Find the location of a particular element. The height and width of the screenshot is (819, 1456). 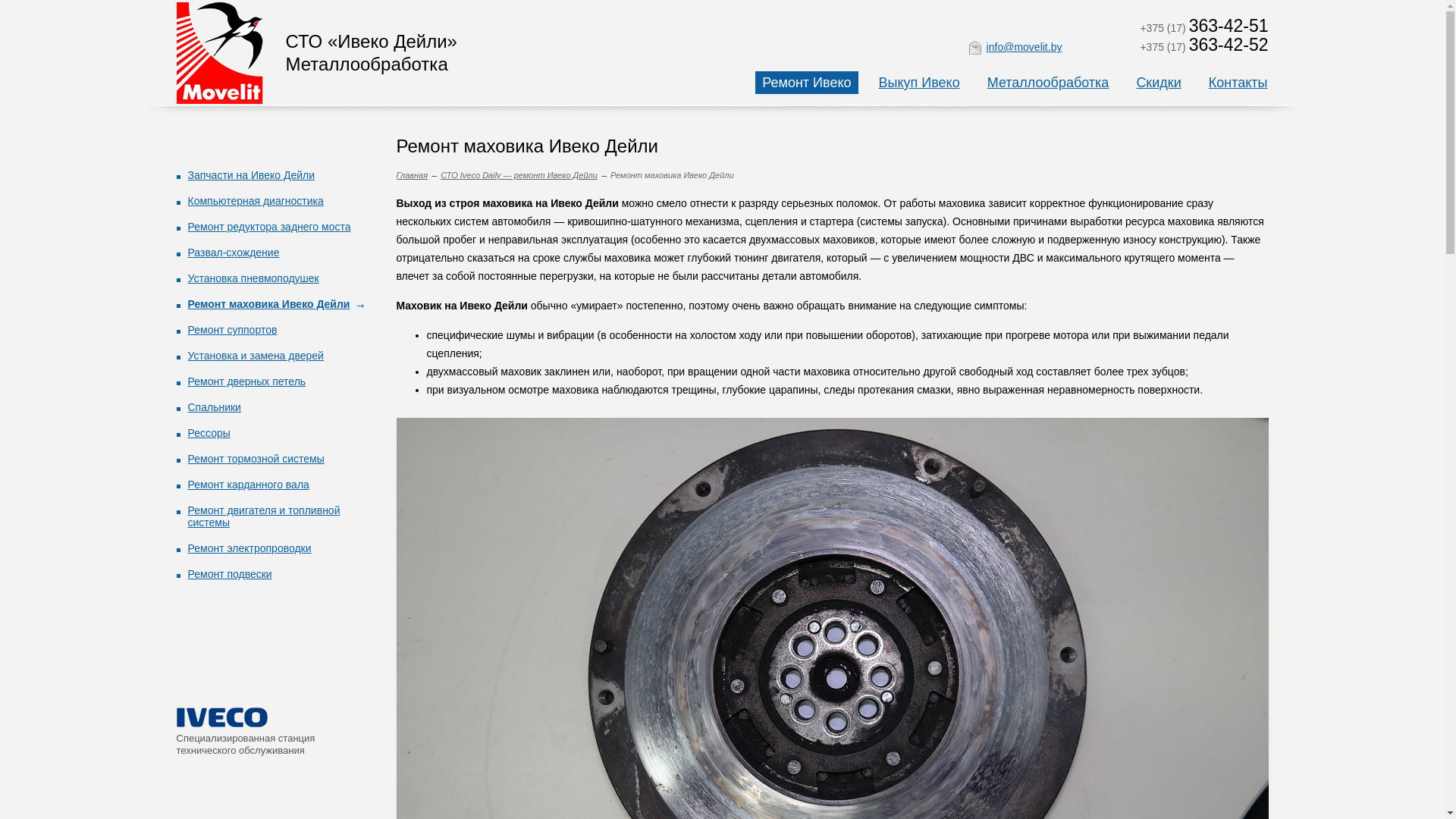

'+375 (17) 363-42-51' is located at coordinates (1203, 28).